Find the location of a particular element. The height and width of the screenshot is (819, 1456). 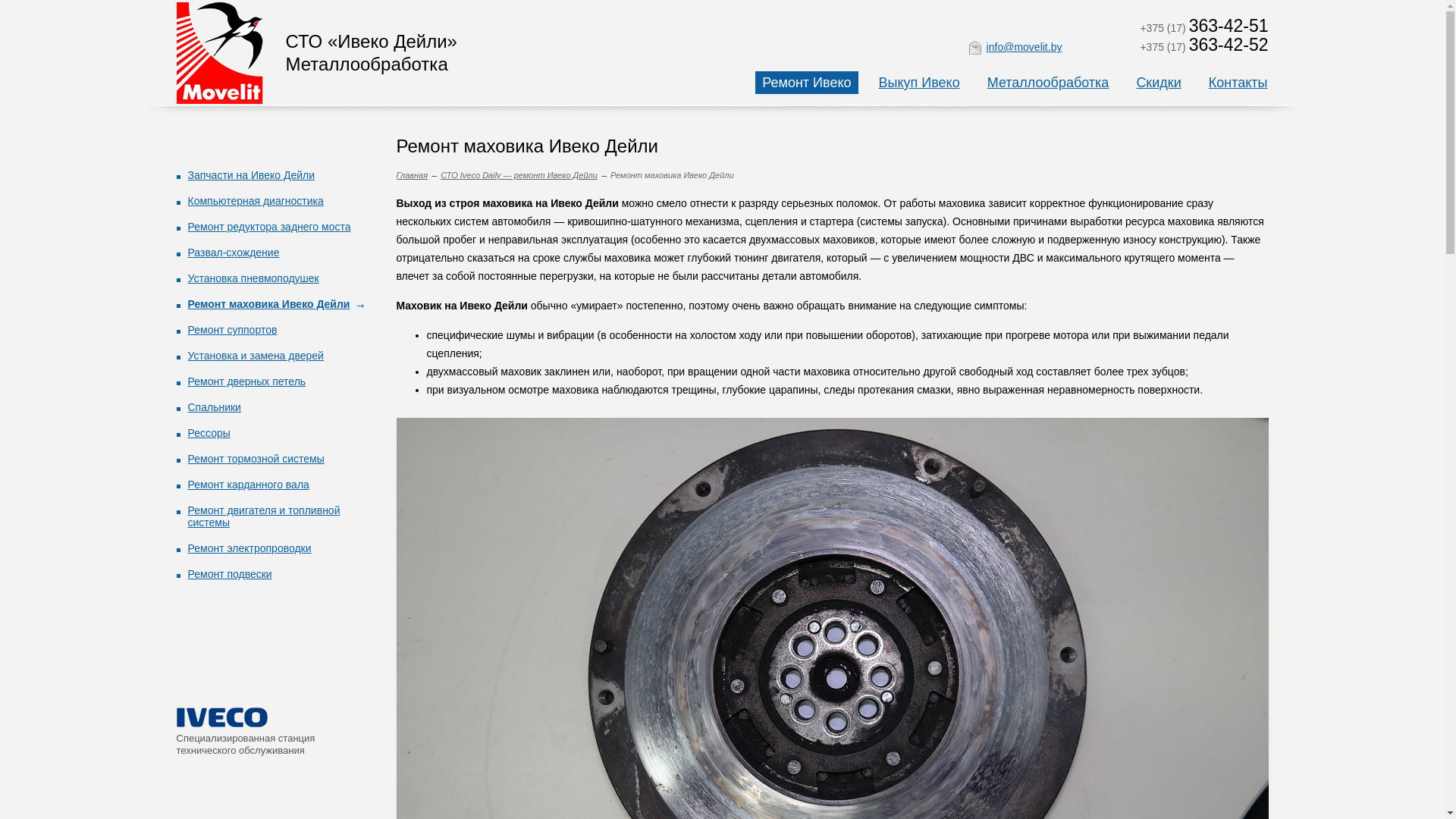

'+375 (17) 363-42-51' is located at coordinates (1203, 28).